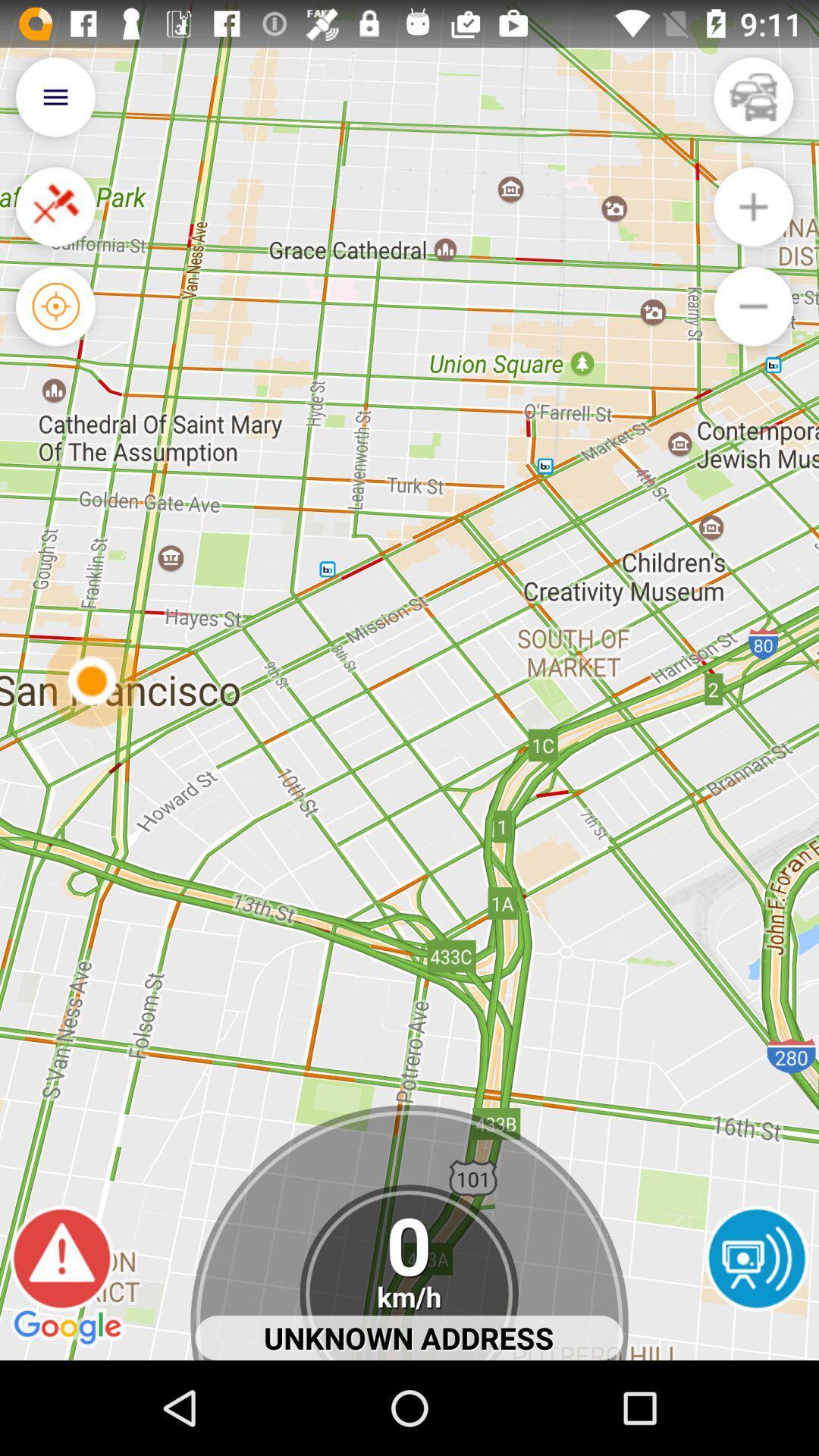 The width and height of the screenshot is (819, 1456). I want to click on the menu icon, so click(55, 103).